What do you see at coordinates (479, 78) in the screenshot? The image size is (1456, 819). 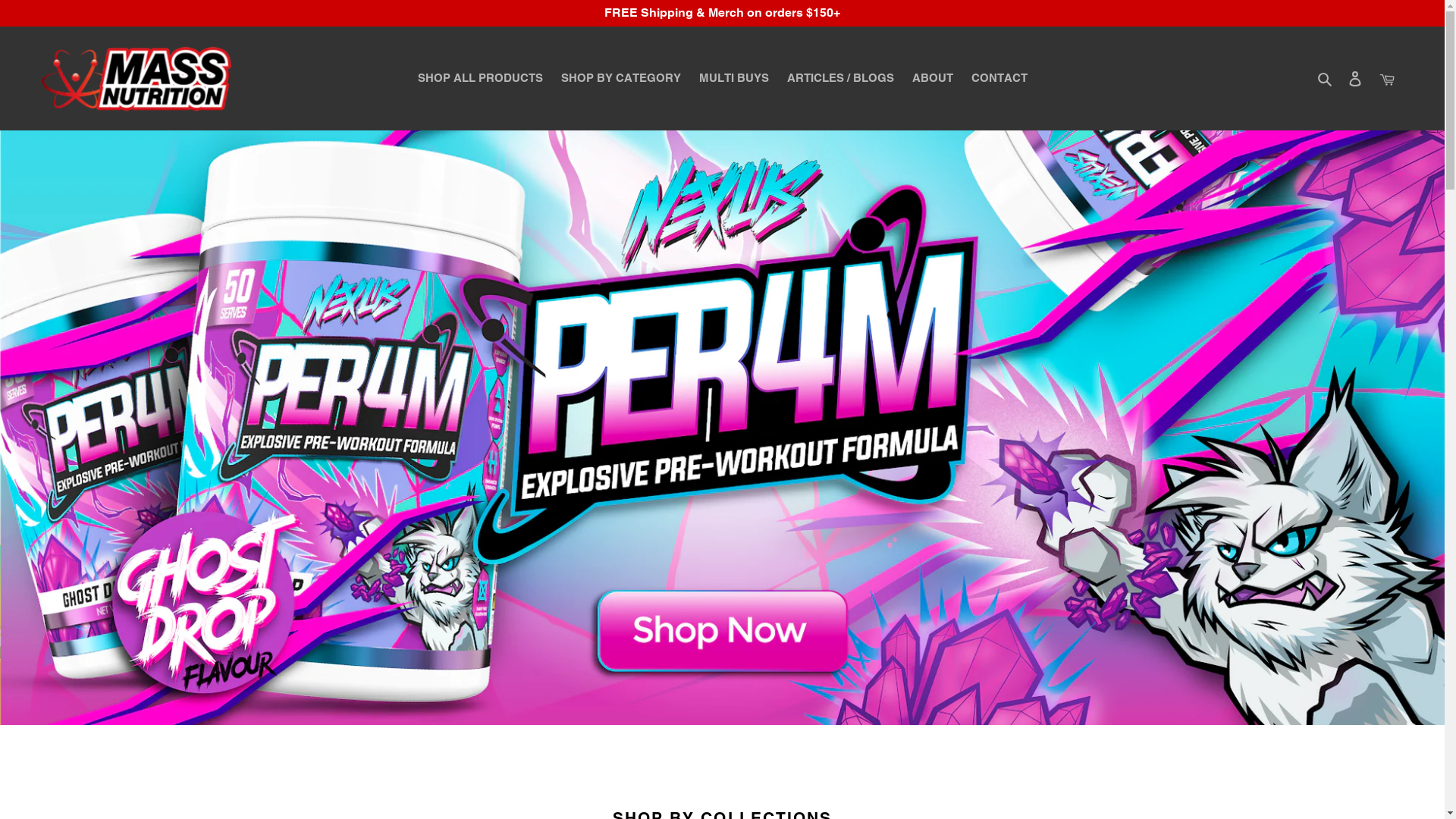 I see `'SHOP ALL PRODUCTS'` at bounding box center [479, 78].